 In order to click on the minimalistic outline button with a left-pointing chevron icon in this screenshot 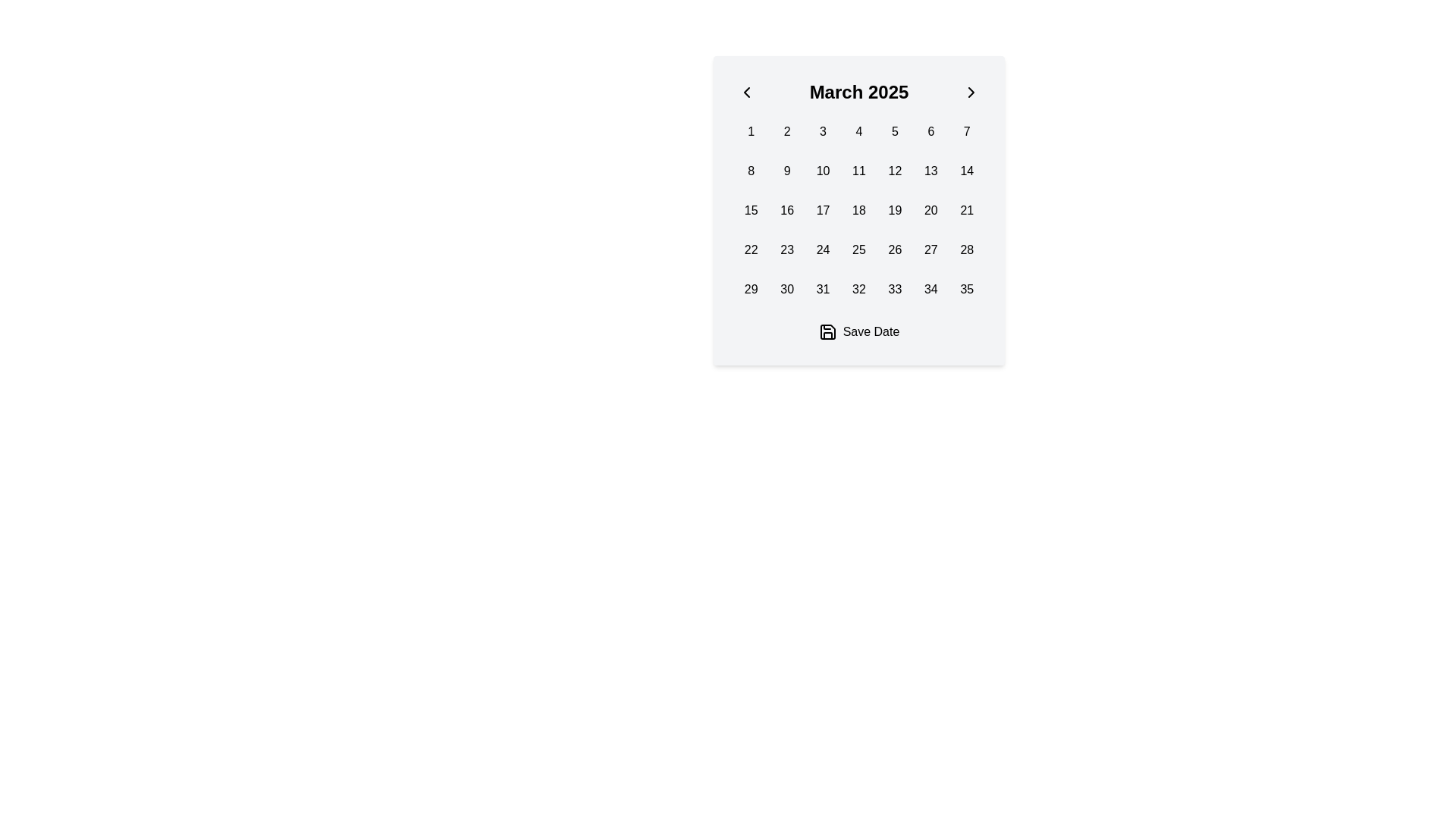, I will do `click(746, 93)`.